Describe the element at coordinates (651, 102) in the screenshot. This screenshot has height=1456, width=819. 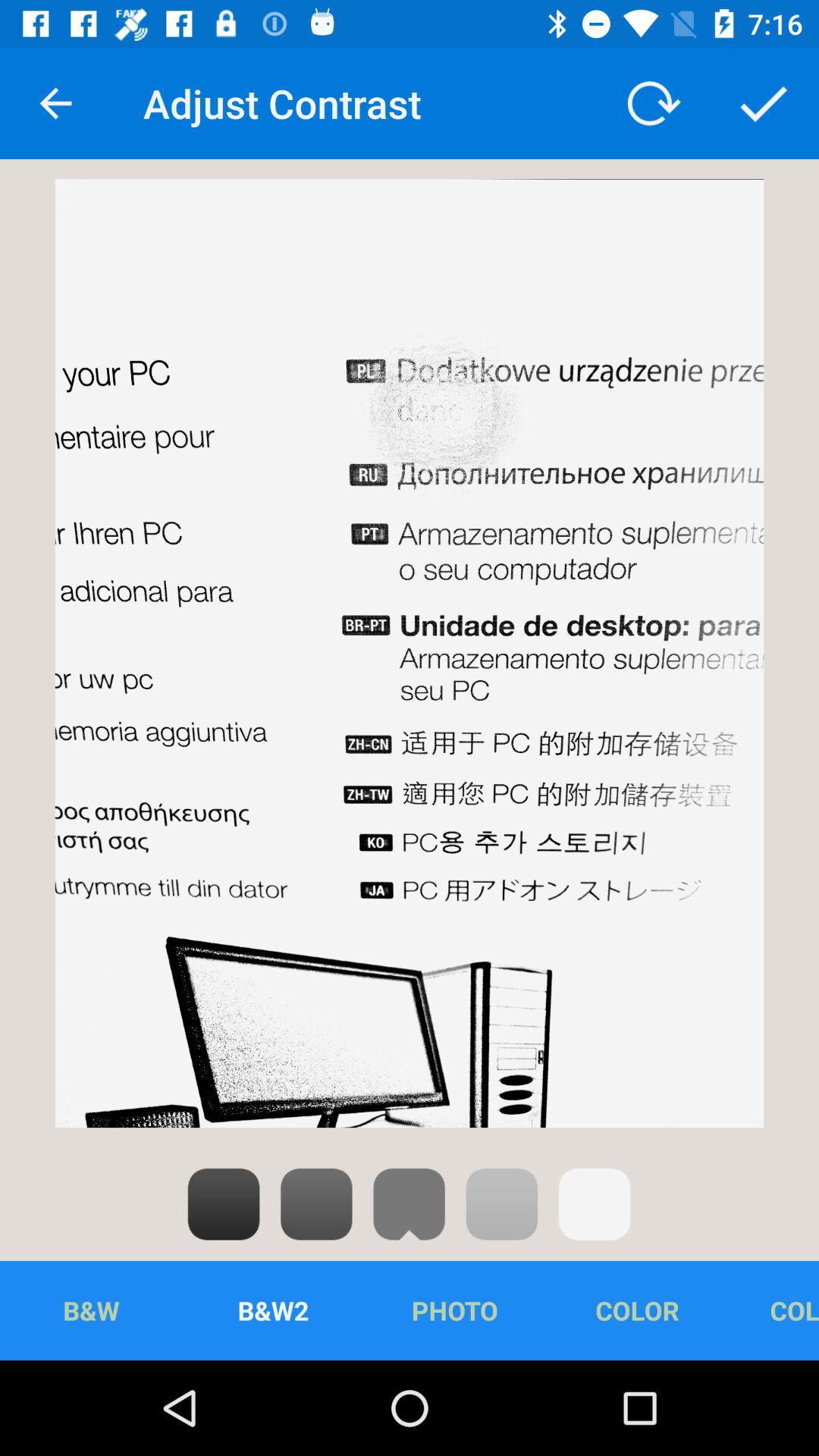
I see `icon next to the adjust contrast item` at that location.